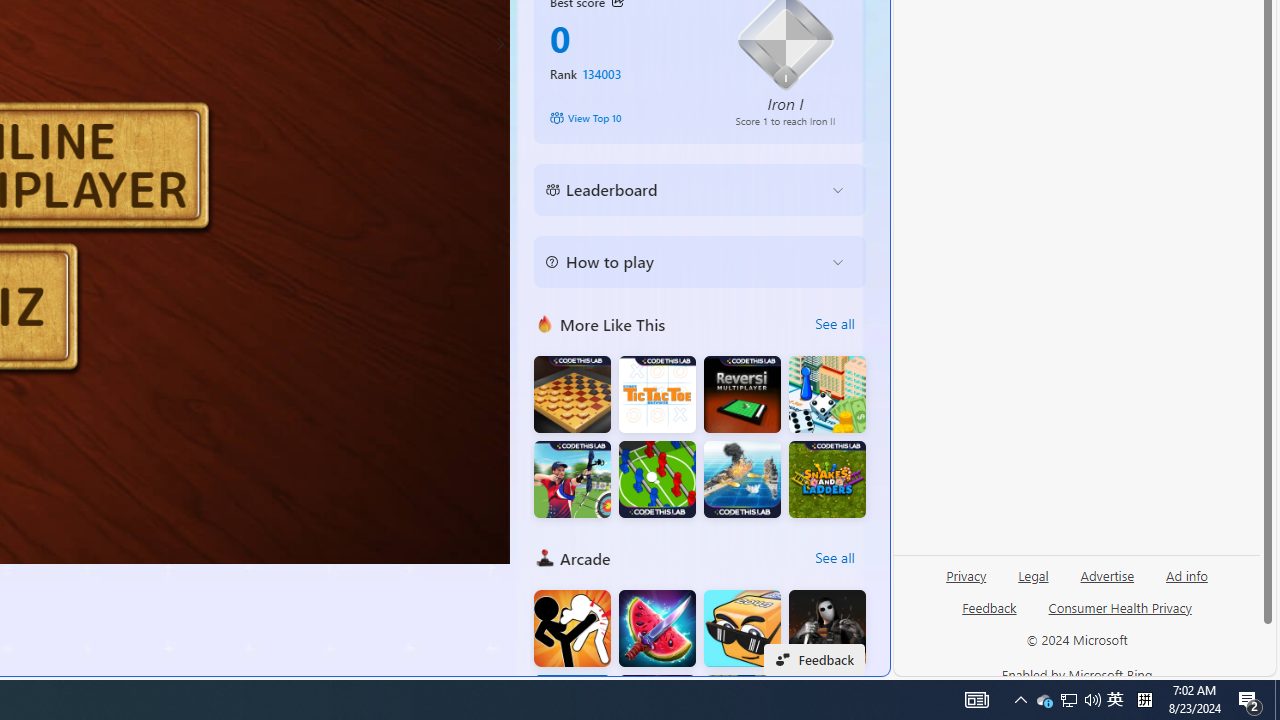  What do you see at coordinates (741, 627) in the screenshot?
I see `'Cubes2048'` at bounding box center [741, 627].